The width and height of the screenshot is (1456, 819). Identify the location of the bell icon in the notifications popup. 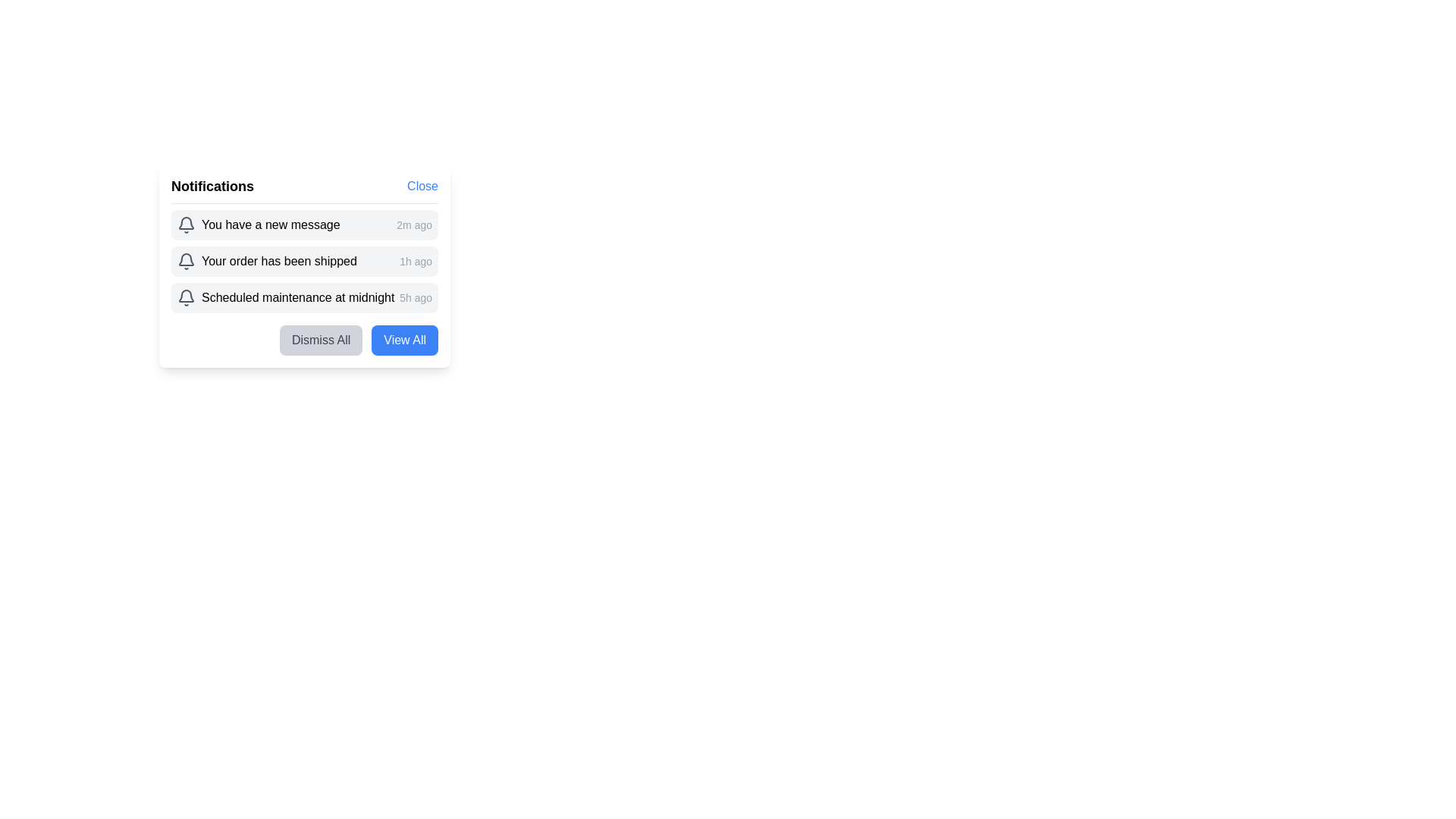
(185, 225).